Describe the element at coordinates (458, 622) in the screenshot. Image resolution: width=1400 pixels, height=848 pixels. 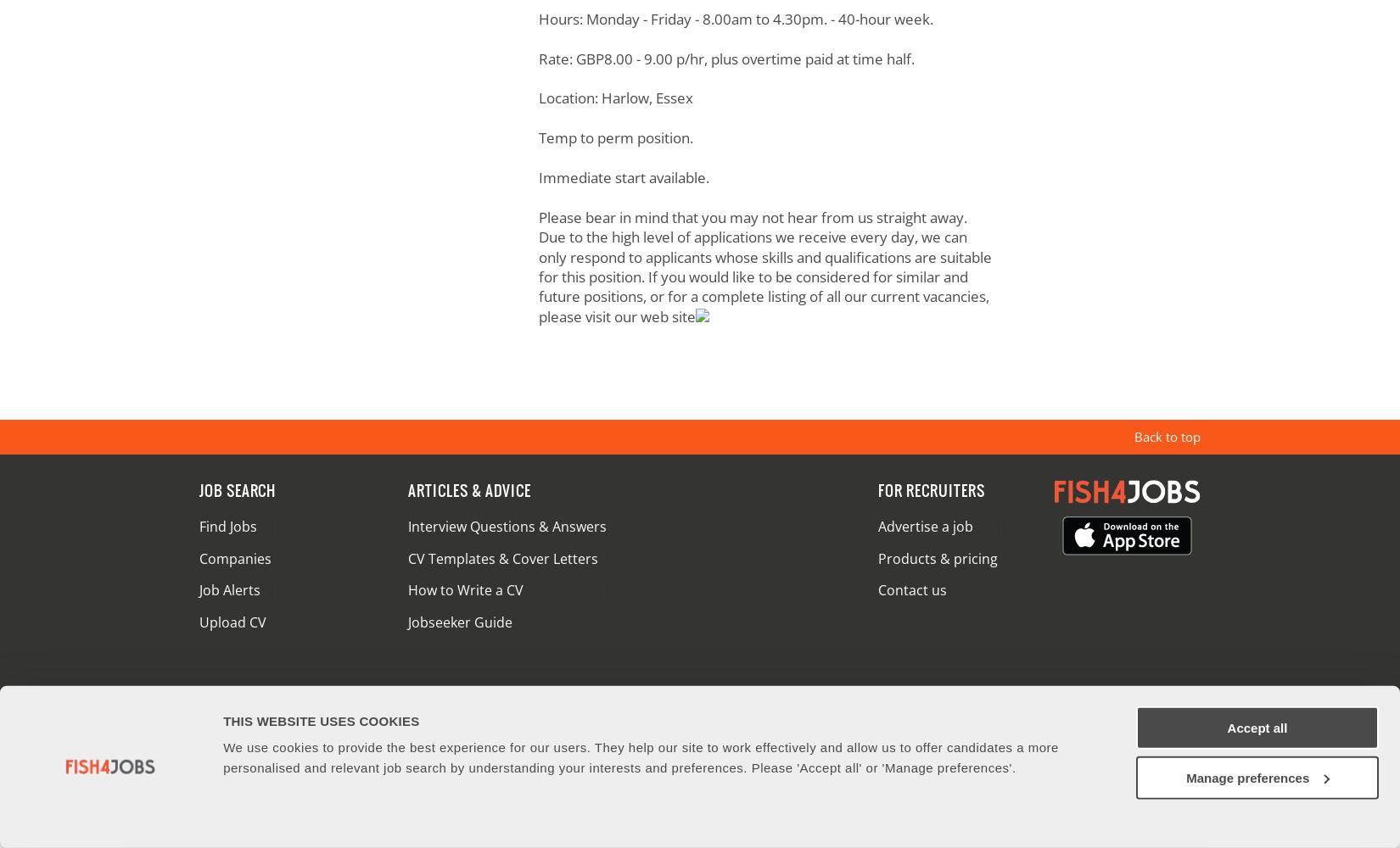
I see `'Jobseeker Guide'` at that location.